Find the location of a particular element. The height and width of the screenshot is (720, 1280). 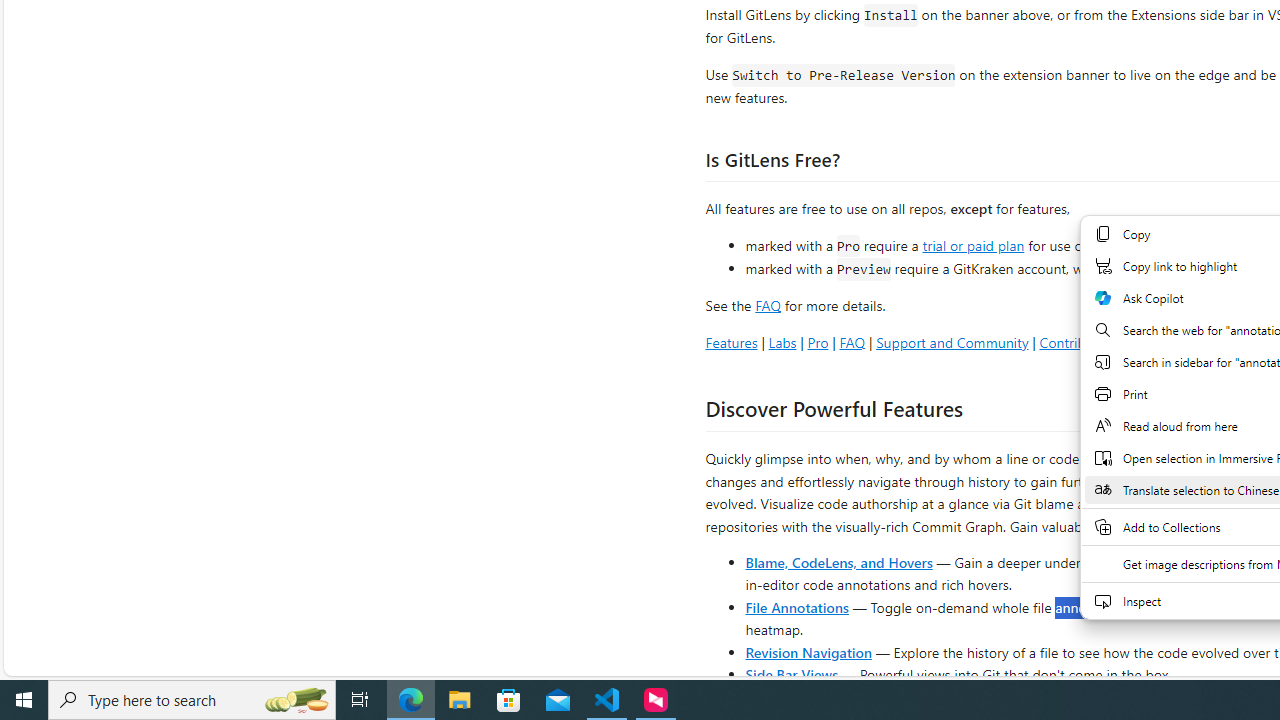

'trial or paid plan' is located at coordinates (973, 243).